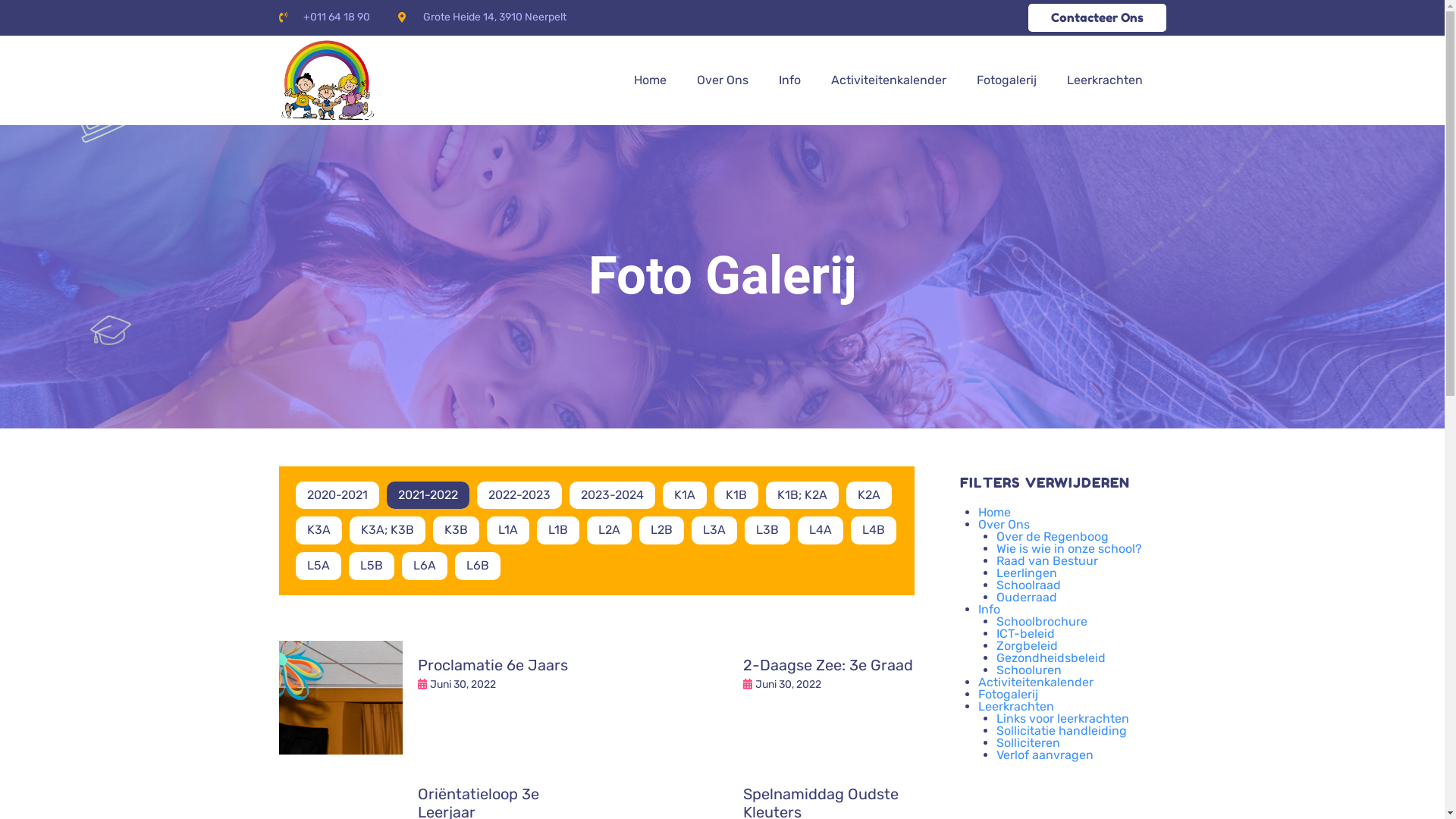 The width and height of the screenshot is (1456, 819). Describe the element at coordinates (1051, 535) in the screenshot. I see `'Over de Regenboog'` at that location.